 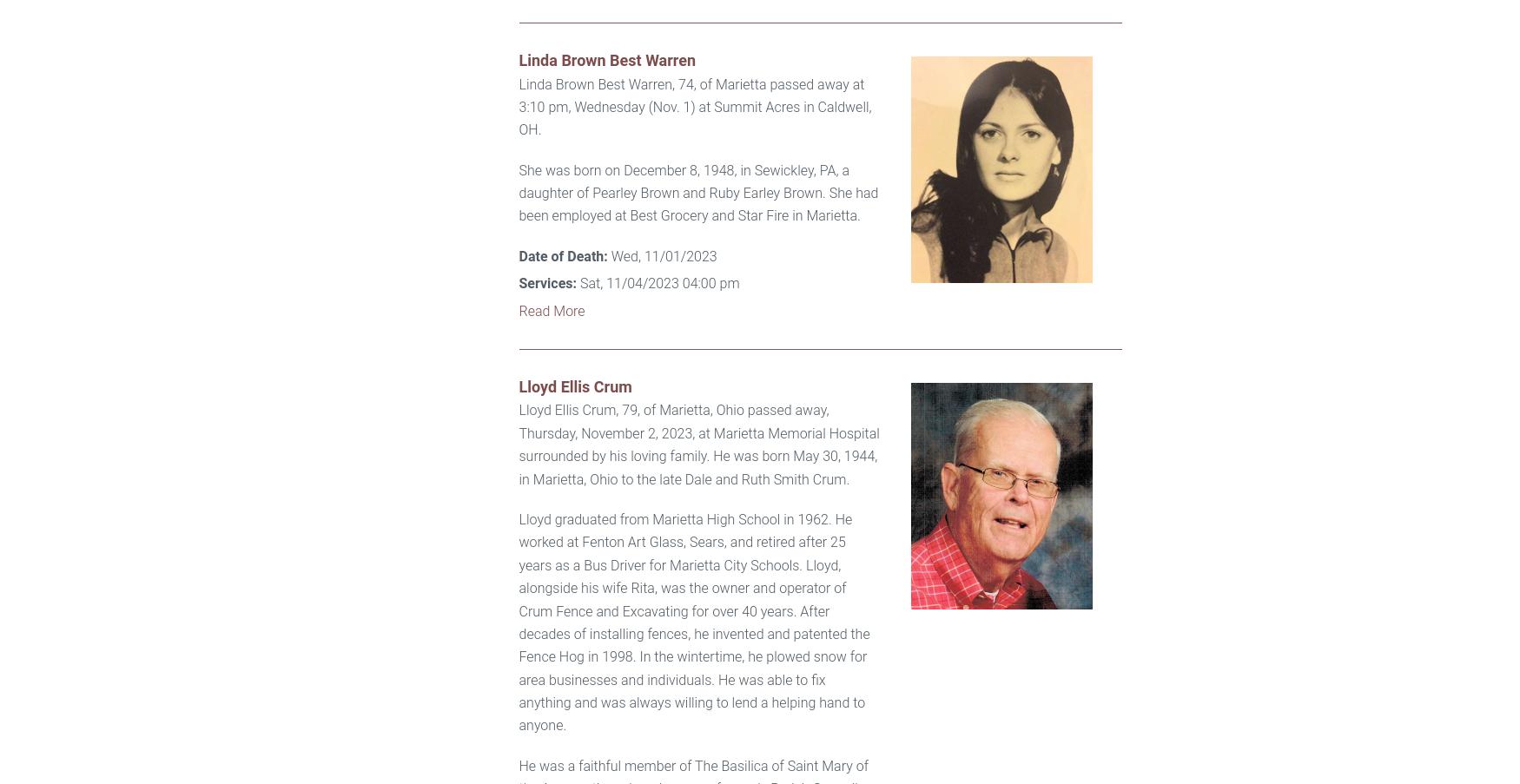 What do you see at coordinates (606, 60) in the screenshot?
I see `'Linda Brown Best Warren'` at bounding box center [606, 60].